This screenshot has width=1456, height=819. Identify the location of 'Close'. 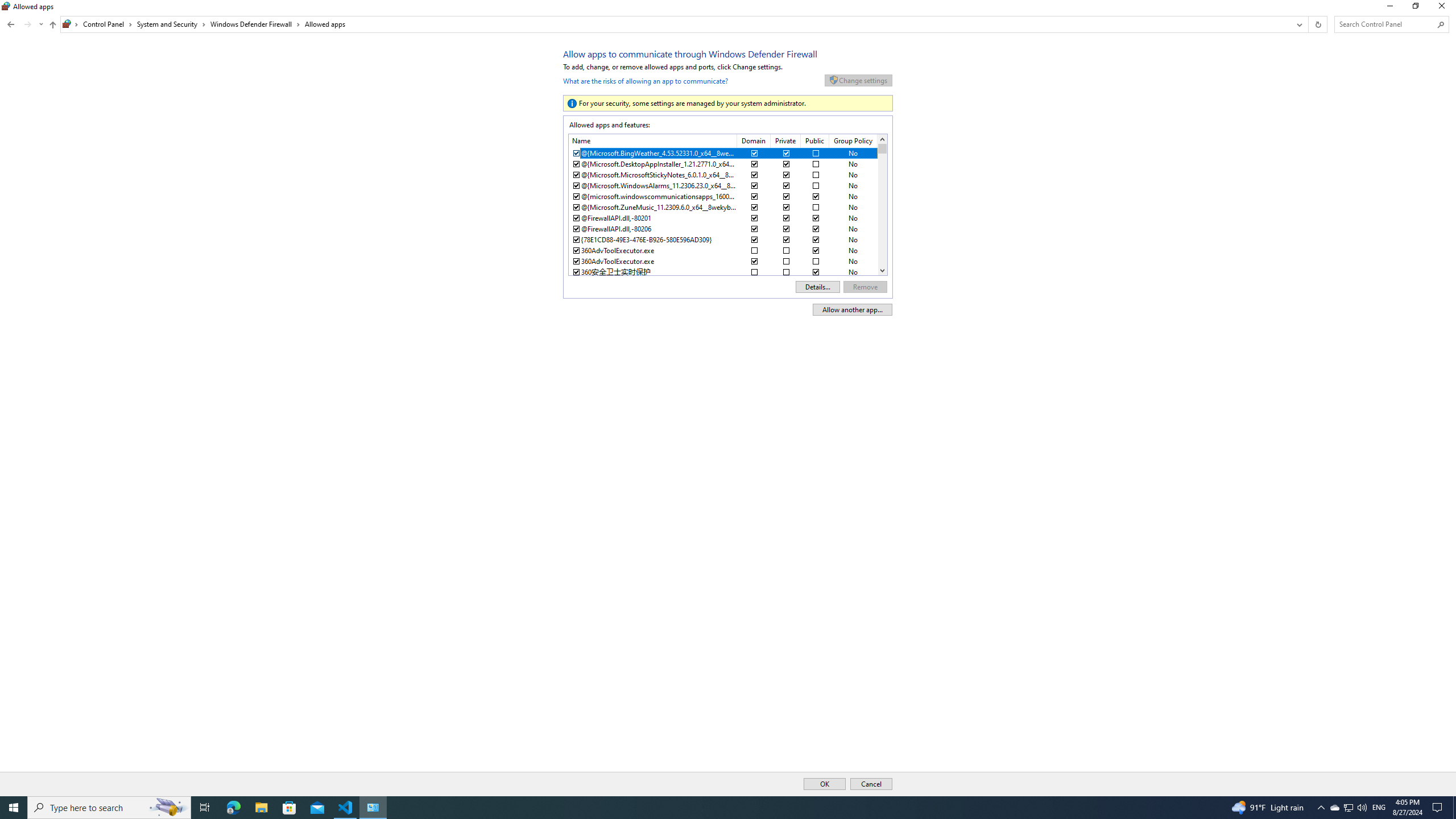
(1444, 9).